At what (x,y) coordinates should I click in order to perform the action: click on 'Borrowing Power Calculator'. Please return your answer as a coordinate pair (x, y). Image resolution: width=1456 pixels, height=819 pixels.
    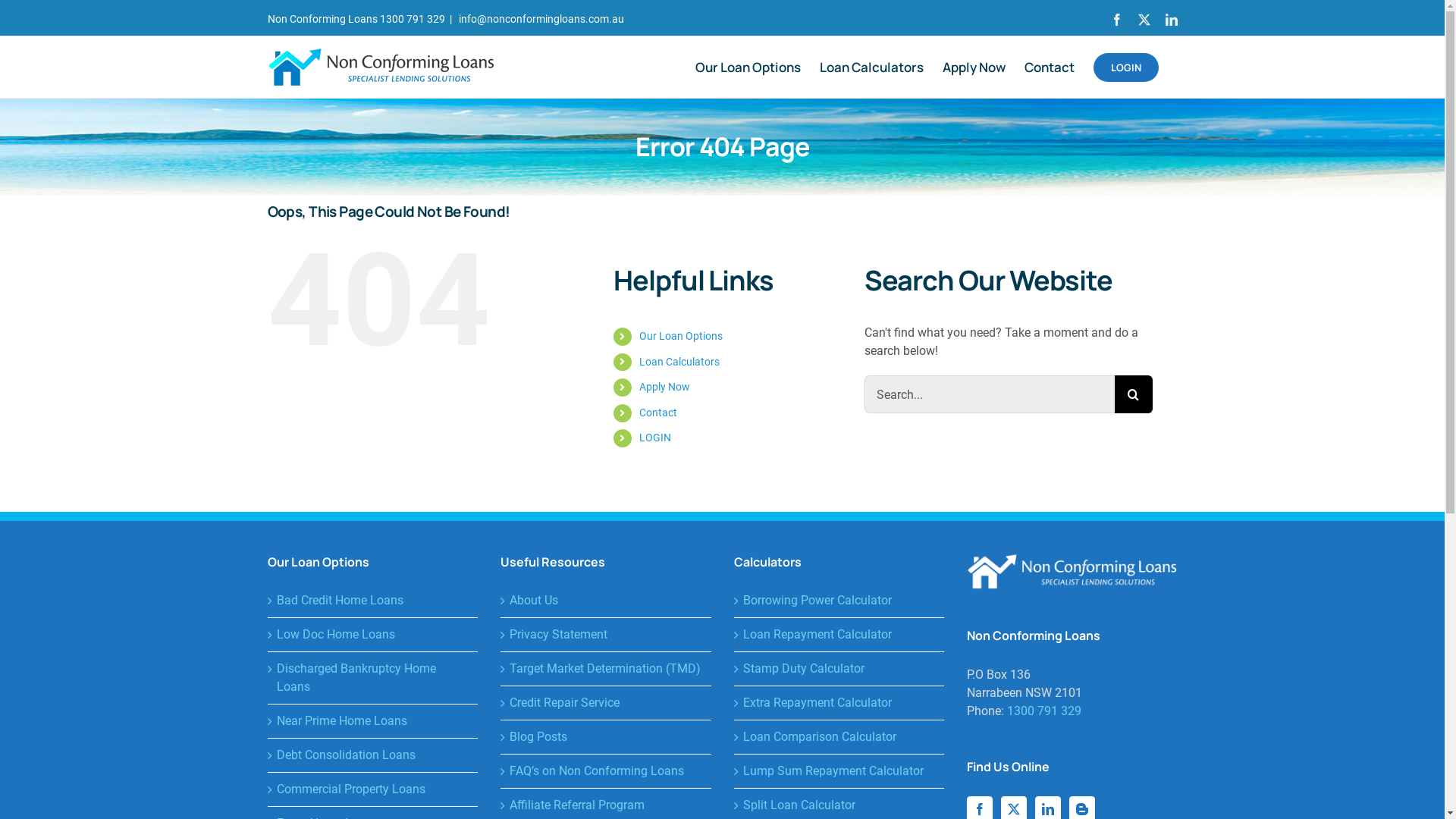
    Looking at the image, I should click on (839, 599).